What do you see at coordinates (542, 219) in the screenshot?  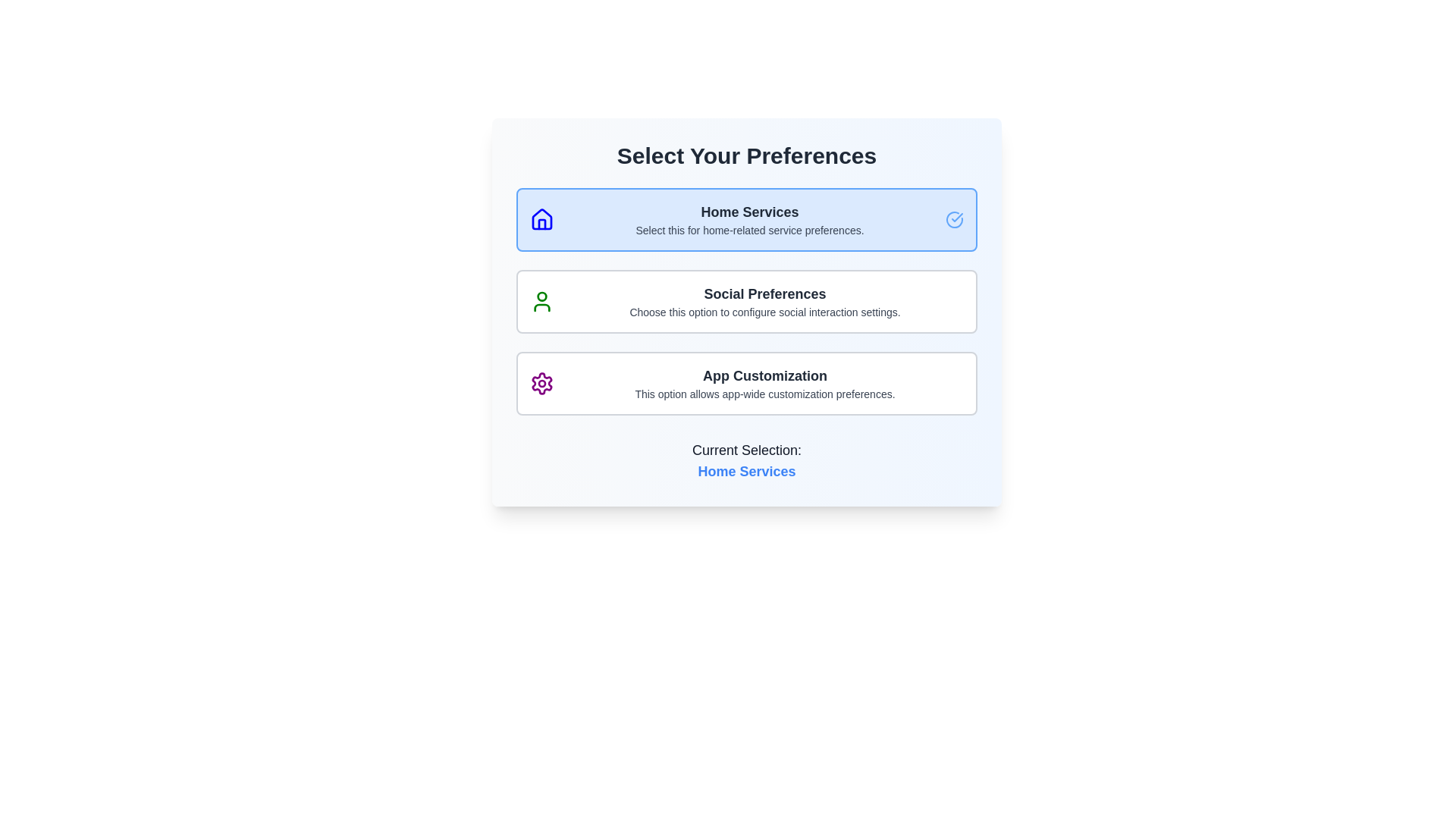 I see `the blue-bordered house icon located above the 'Home Services' label in the user interface preference selection theme` at bounding box center [542, 219].